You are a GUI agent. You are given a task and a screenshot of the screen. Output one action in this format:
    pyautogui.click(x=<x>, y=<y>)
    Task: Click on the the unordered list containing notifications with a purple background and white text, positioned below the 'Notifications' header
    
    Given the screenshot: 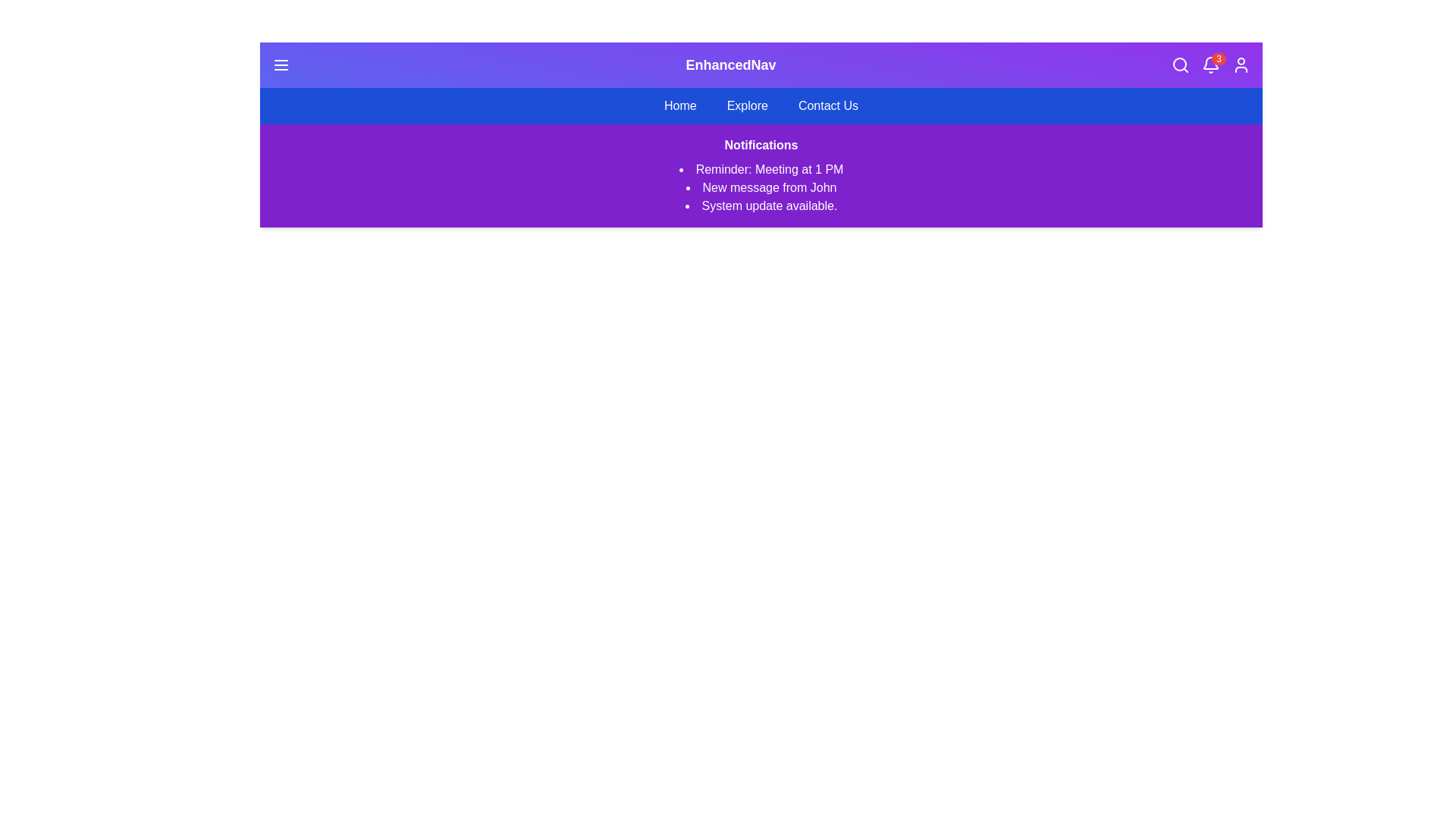 What is the action you would take?
    pyautogui.click(x=761, y=187)
    